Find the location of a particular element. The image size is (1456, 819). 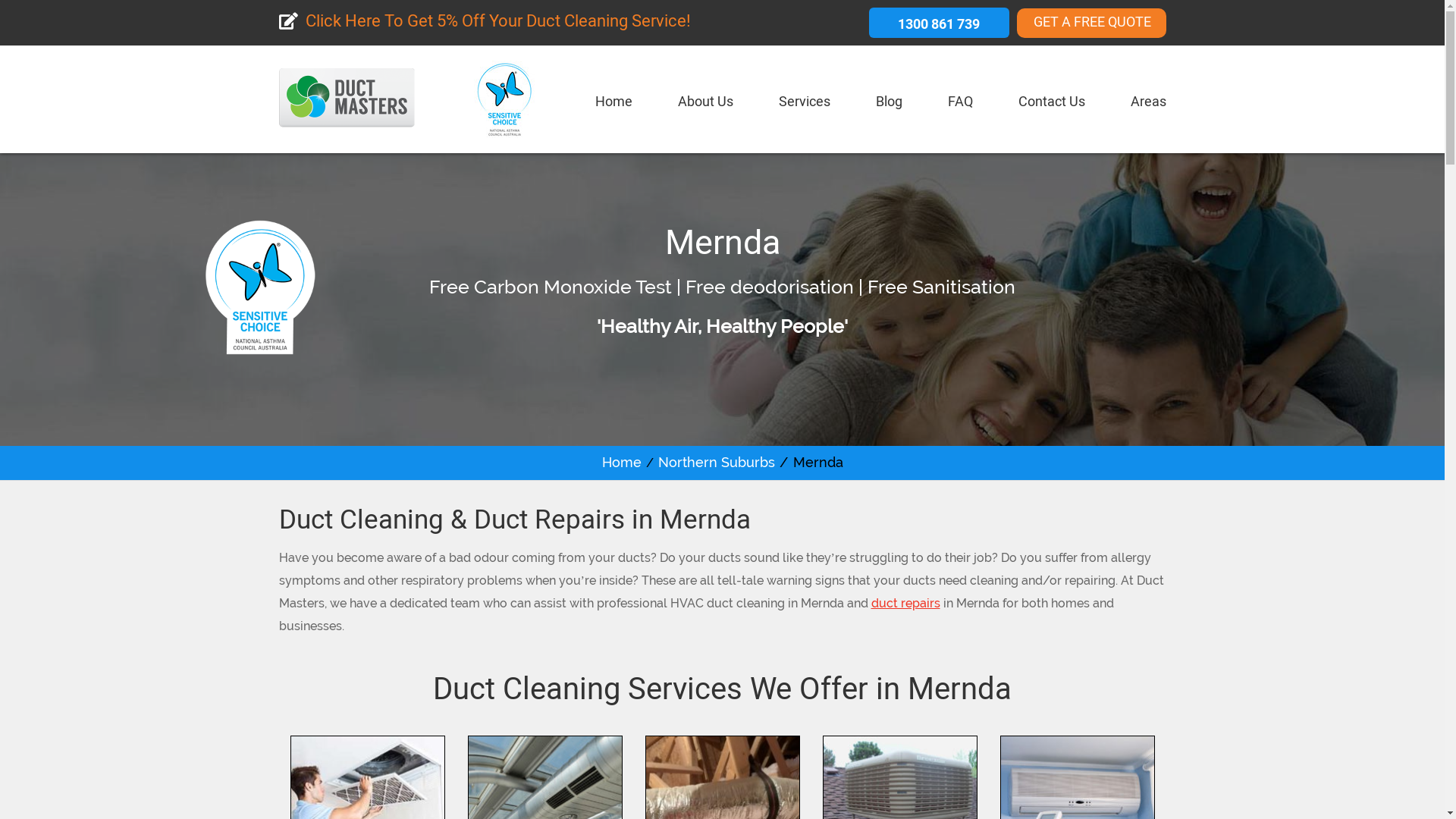

'Click Here To Get 5% Off Your Duct Cleaning Service!' is located at coordinates (484, 23).